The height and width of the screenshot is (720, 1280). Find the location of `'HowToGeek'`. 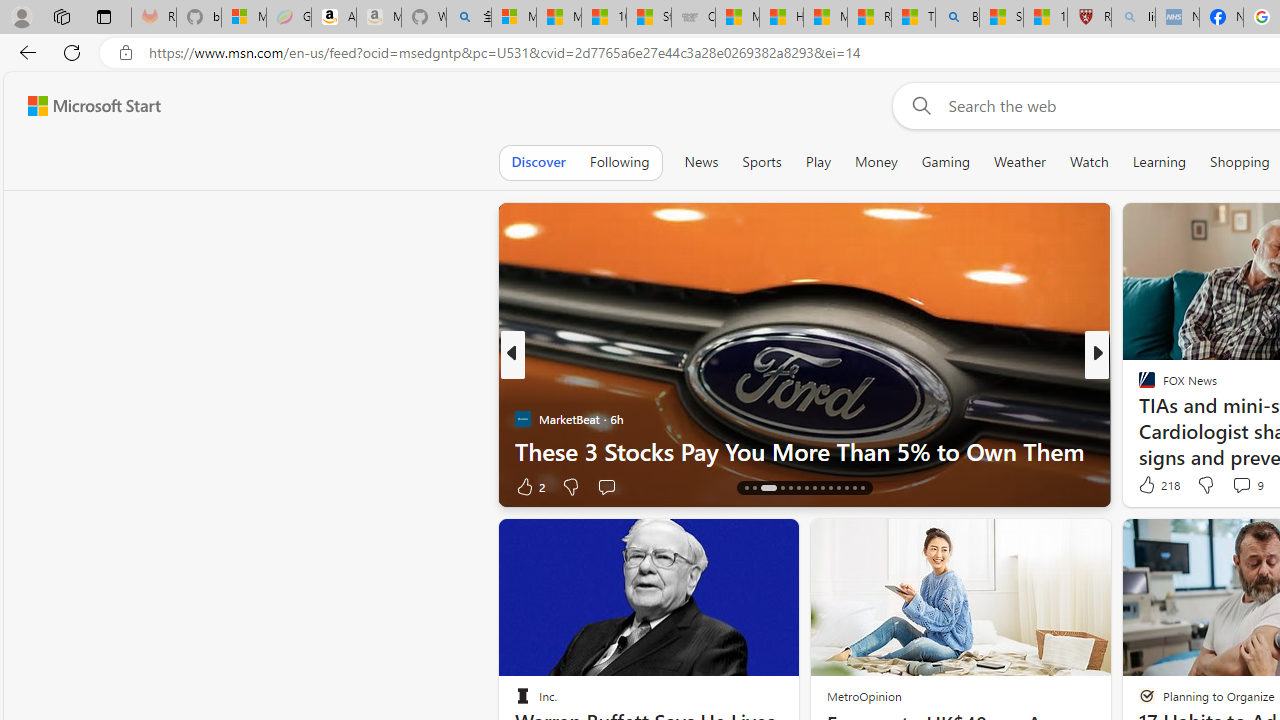

'HowToGeek' is located at coordinates (1138, 418).